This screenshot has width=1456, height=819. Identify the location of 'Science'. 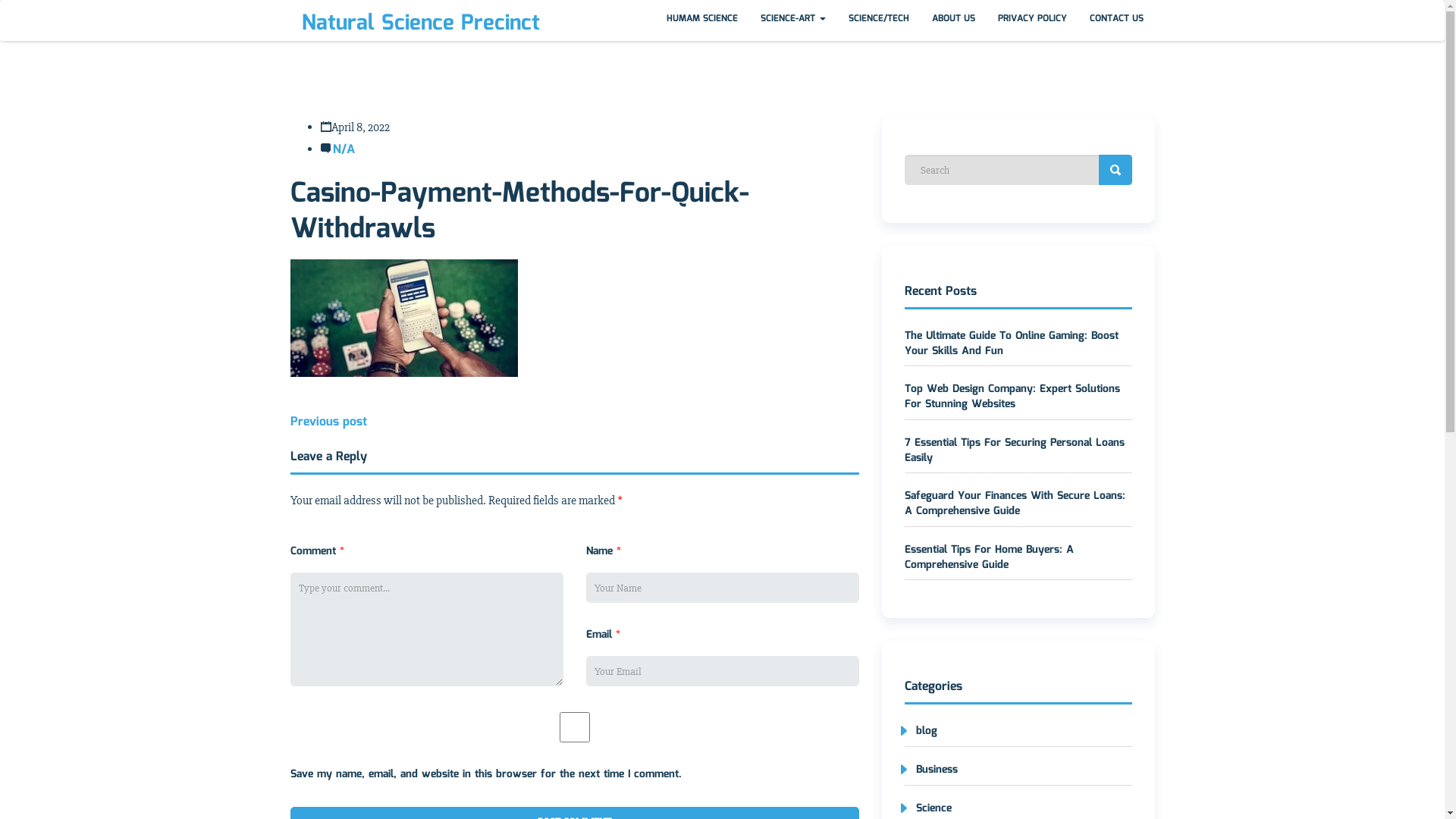
(927, 807).